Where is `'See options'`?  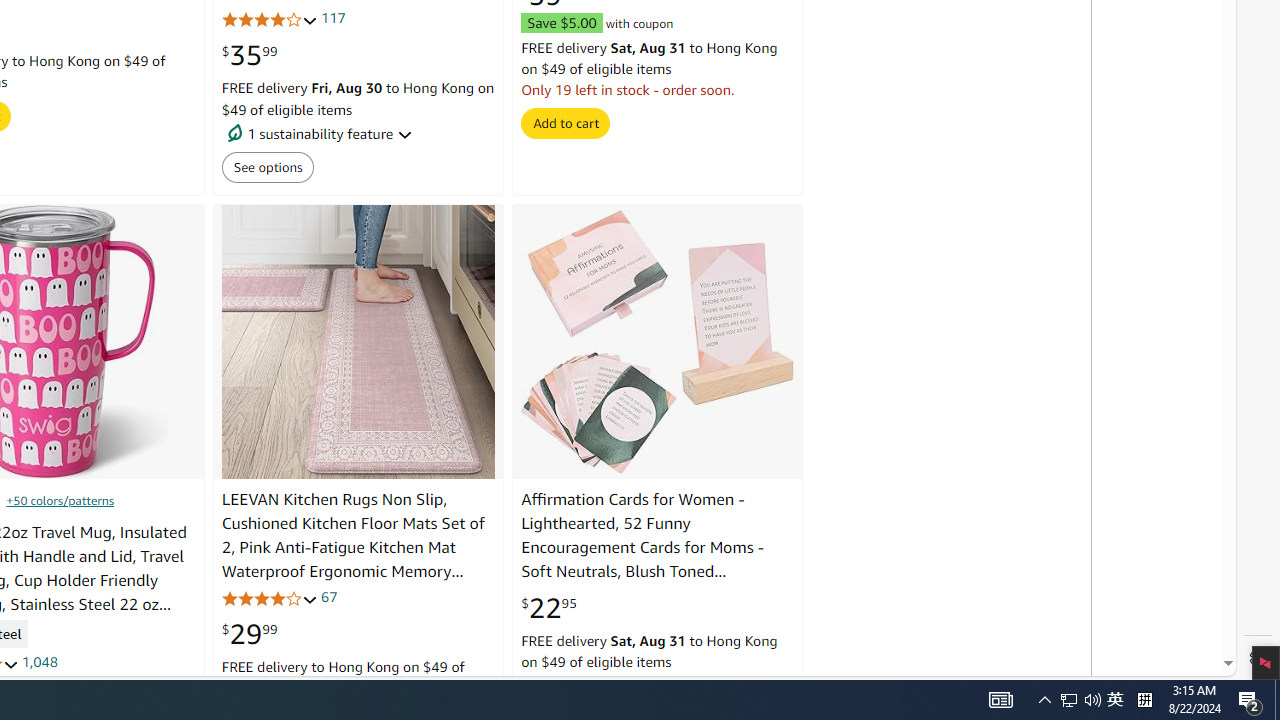
'See options' is located at coordinates (266, 166).